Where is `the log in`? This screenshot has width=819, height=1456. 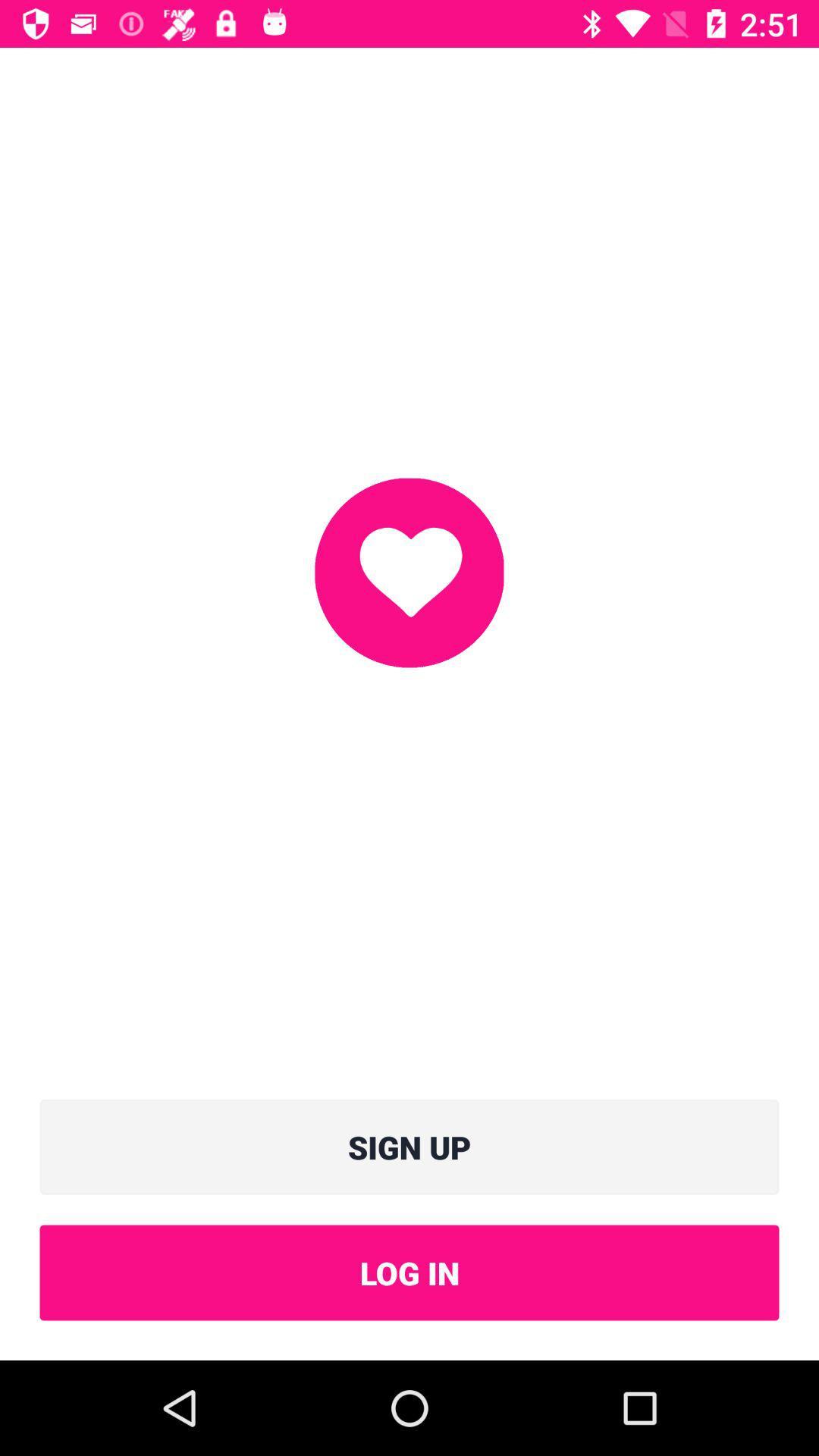
the log in is located at coordinates (409, 1272).